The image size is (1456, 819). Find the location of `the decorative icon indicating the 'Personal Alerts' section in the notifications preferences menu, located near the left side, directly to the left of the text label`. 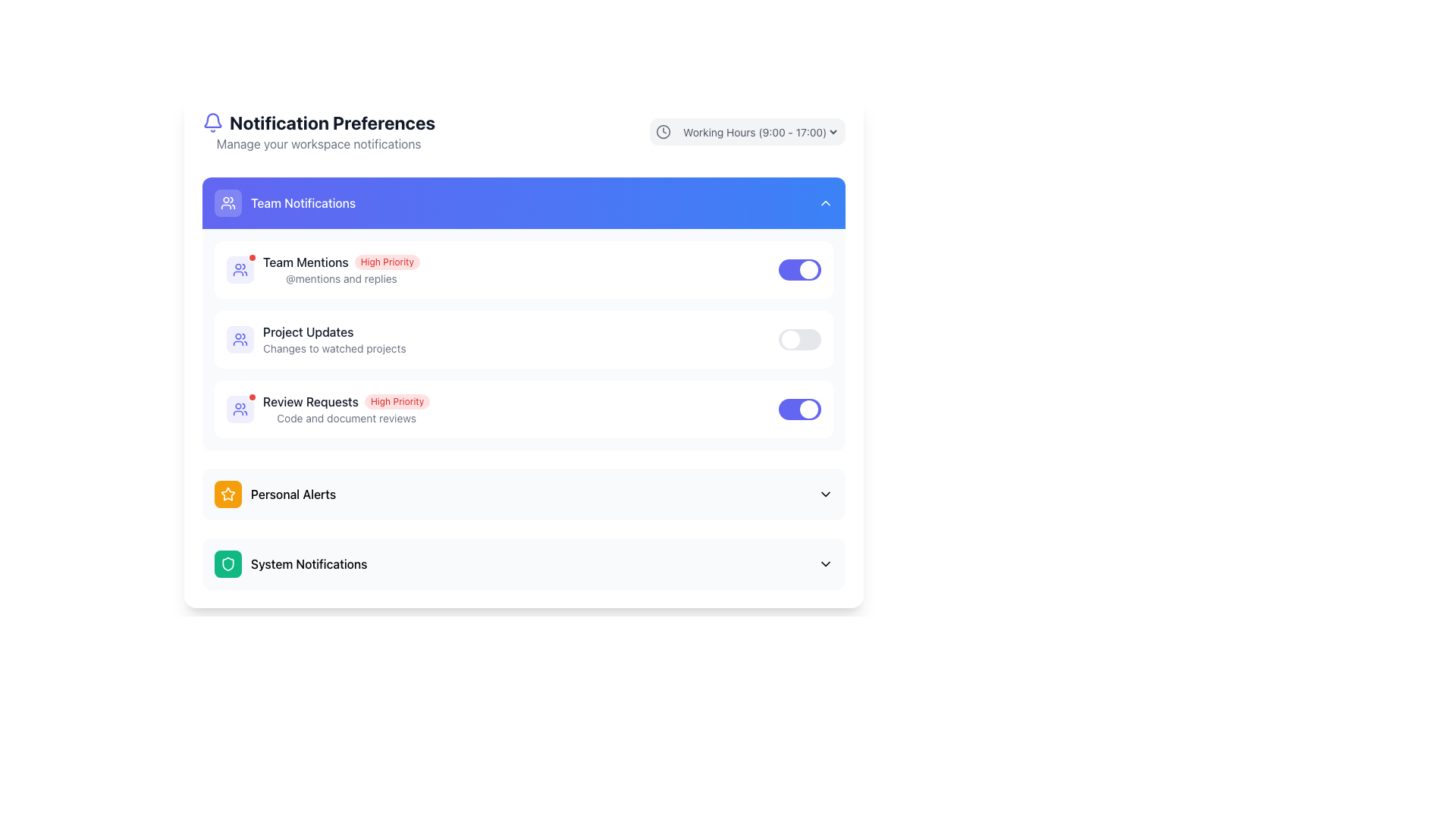

the decorative icon indicating the 'Personal Alerts' section in the notifications preferences menu, located near the left side, directly to the left of the text label is located at coordinates (227, 494).